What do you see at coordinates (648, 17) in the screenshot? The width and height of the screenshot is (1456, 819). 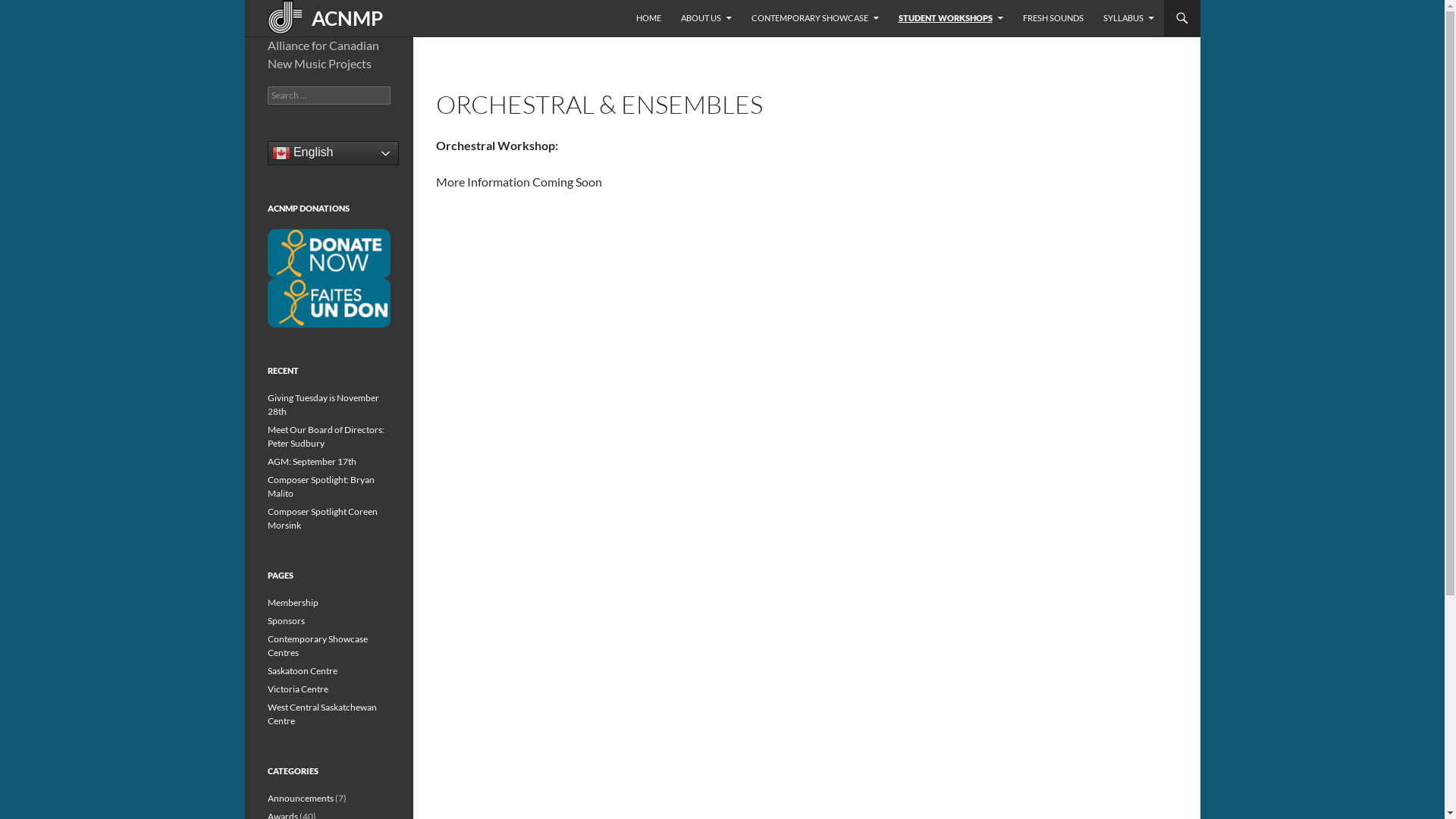 I see `'HOME'` at bounding box center [648, 17].